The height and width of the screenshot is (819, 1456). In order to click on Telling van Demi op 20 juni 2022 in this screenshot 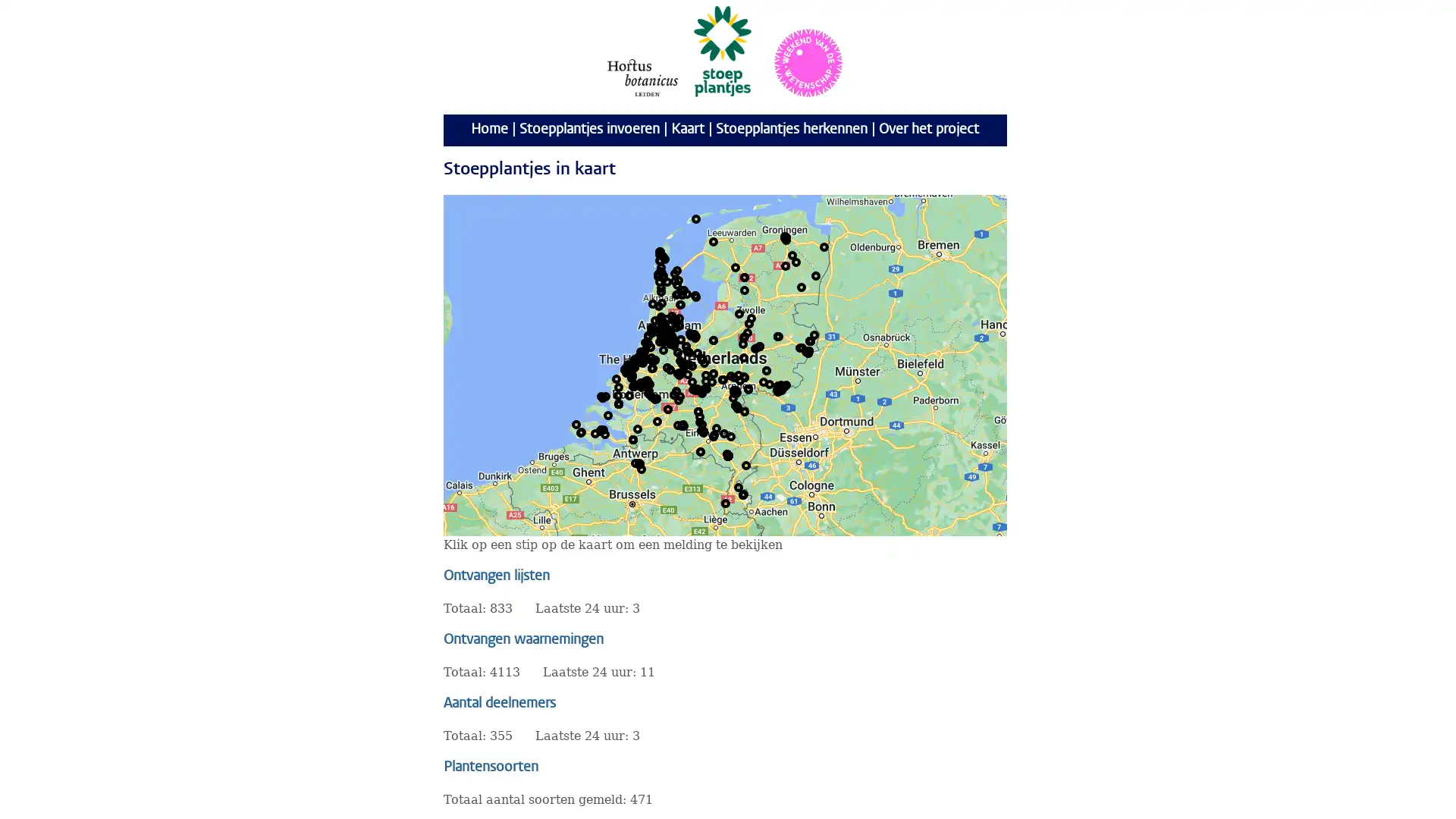, I will do `click(642, 353)`.